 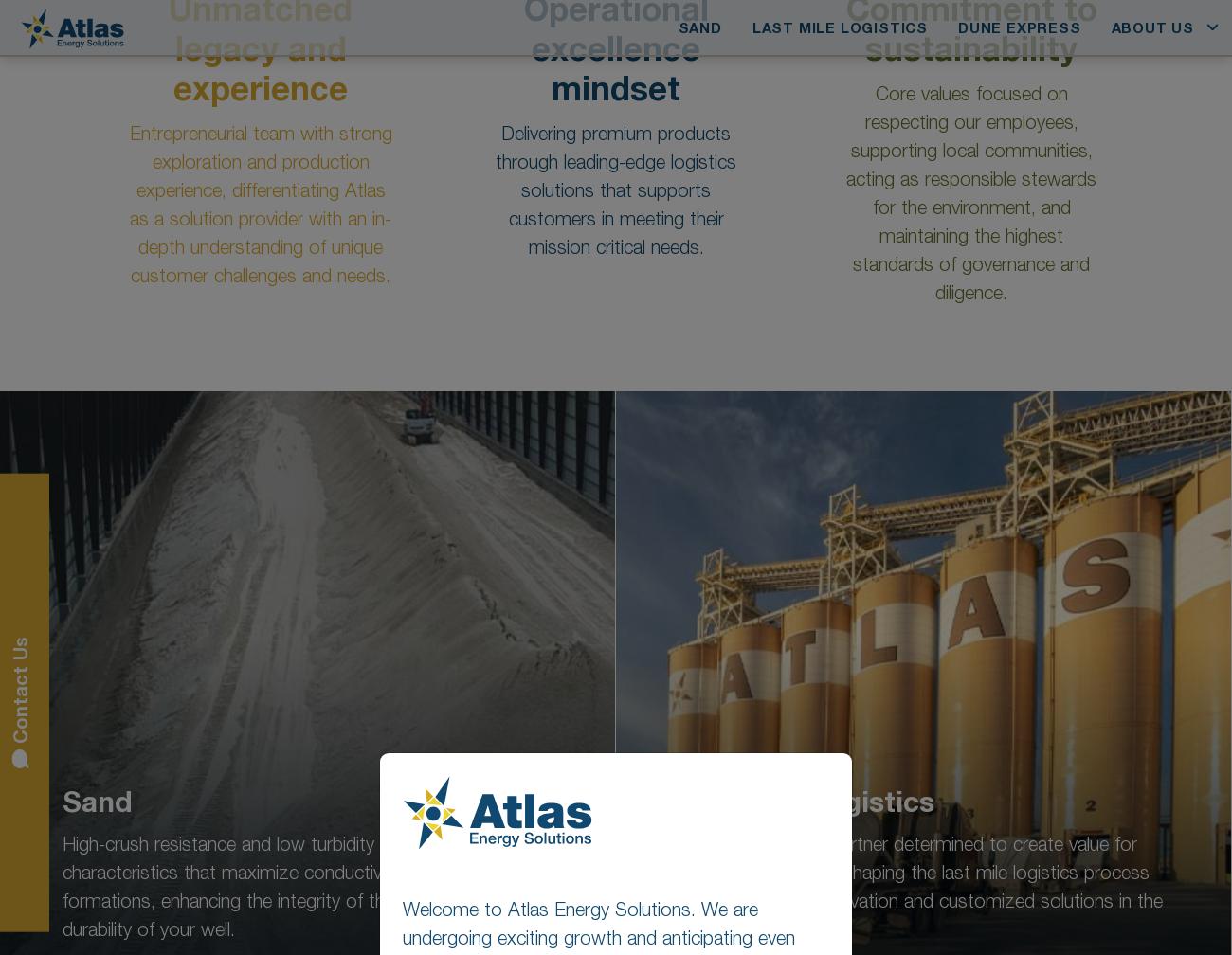 I want to click on 'With plant locations at the Kermit Dune and Monahans Dune, Atlas provides a significant advantage of proximity to more wells than anyone else.', so click(x=605, y=516).